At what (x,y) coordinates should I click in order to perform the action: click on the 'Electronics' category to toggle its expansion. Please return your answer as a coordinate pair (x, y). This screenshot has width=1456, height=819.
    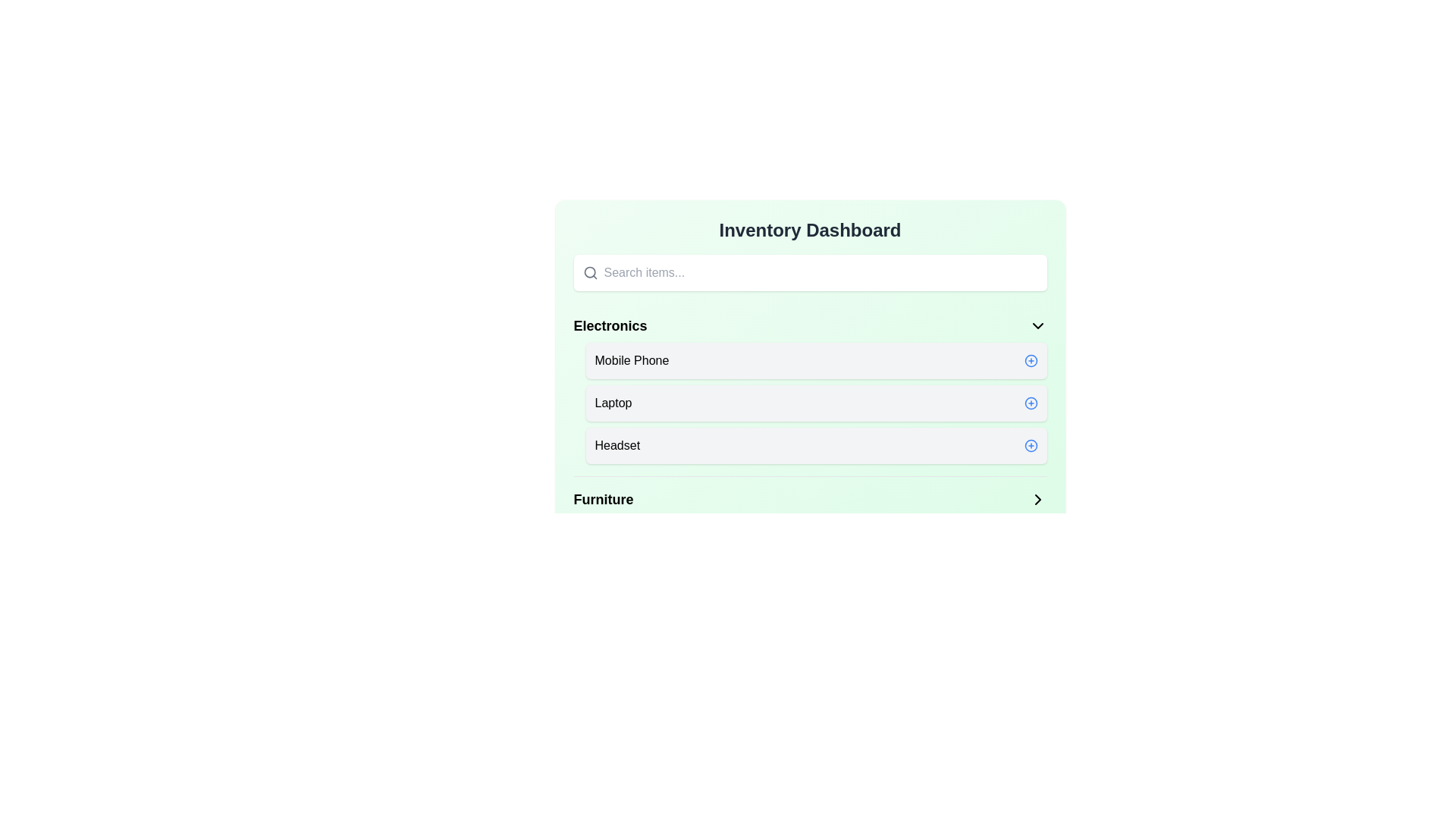
    Looking at the image, I should click on (809, 325).